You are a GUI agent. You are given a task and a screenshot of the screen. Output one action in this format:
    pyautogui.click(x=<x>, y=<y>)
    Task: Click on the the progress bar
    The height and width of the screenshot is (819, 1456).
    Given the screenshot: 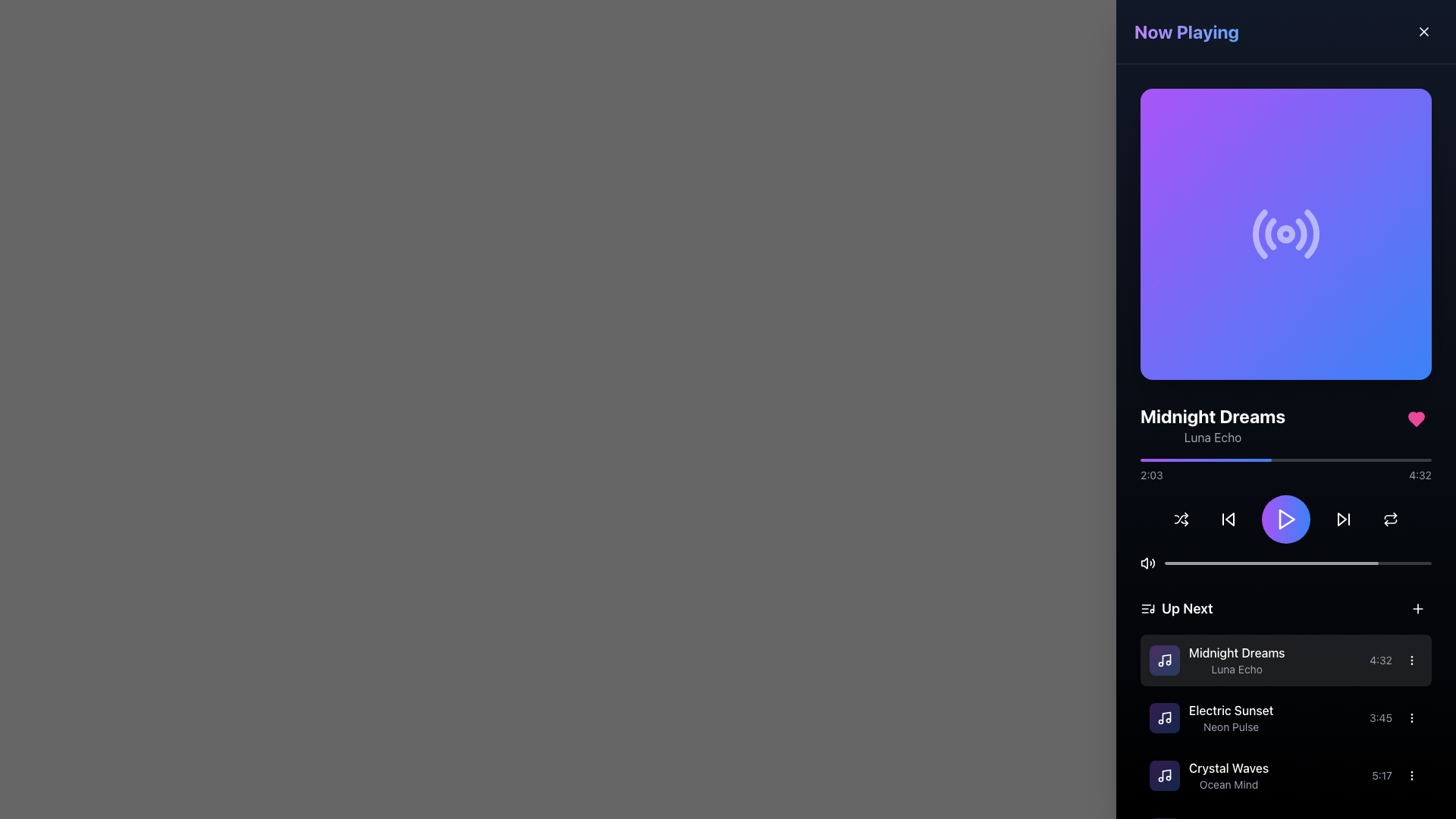 What is the action you would take?
    pyautogui.click(x=1238, y=459)
    